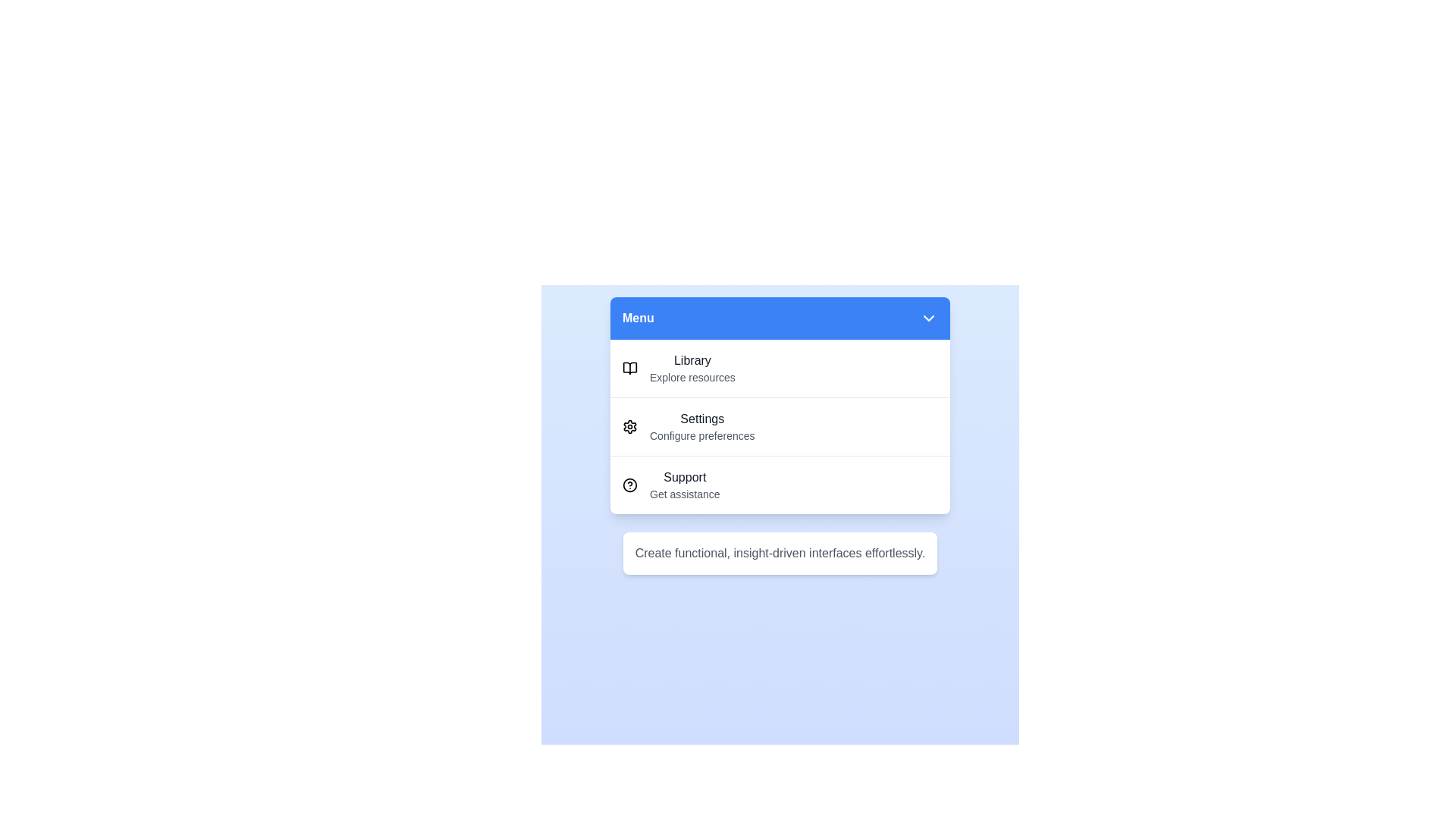 The image size is (1456, 819). Describe the element at coordinates (780, 553) in the screenshot. I see `the informational text below the menu` at that location.